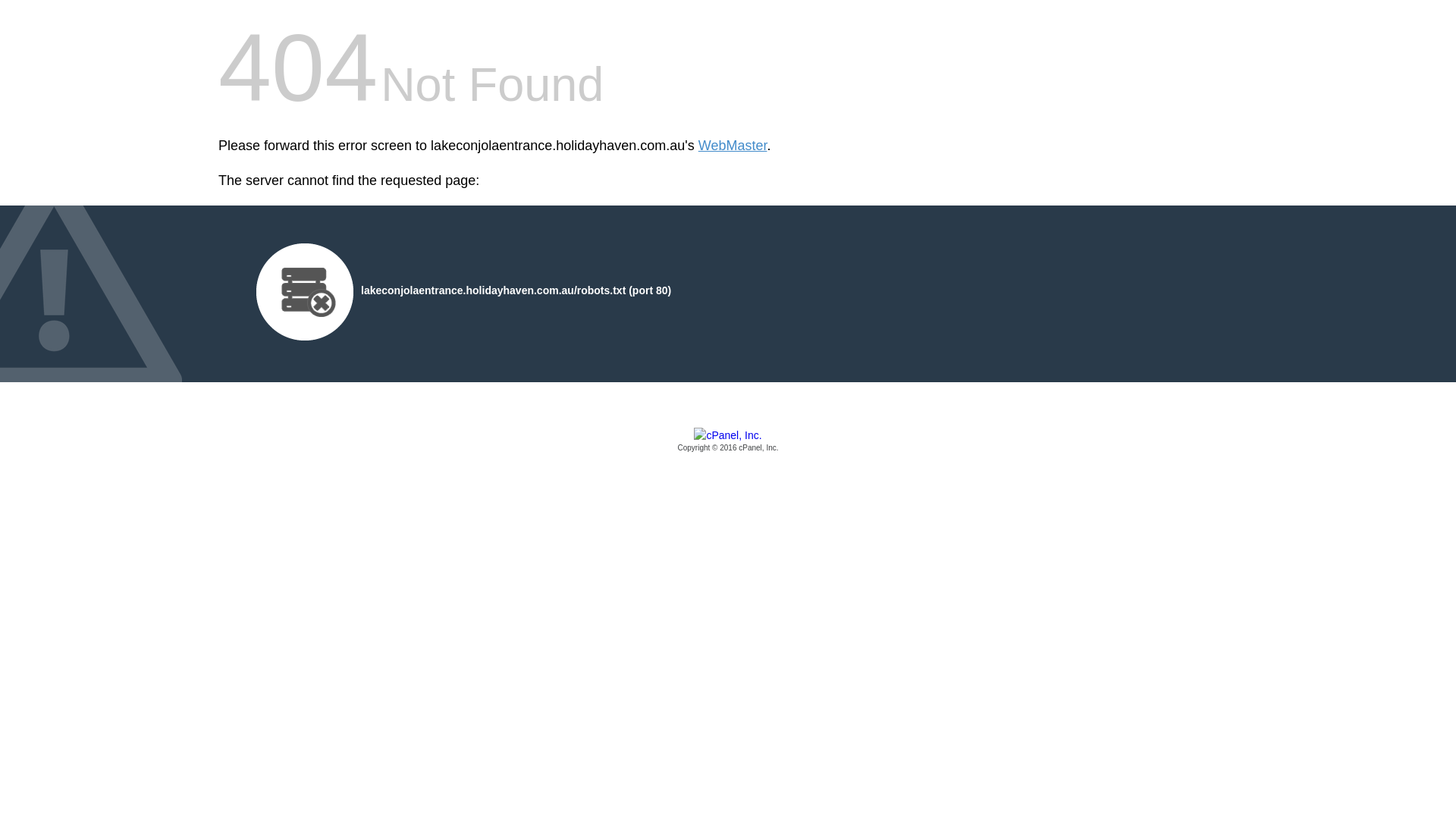 The width and height of the screenshot is (1456, 819). I want to click on 'WebMaster', so click(733, 146).